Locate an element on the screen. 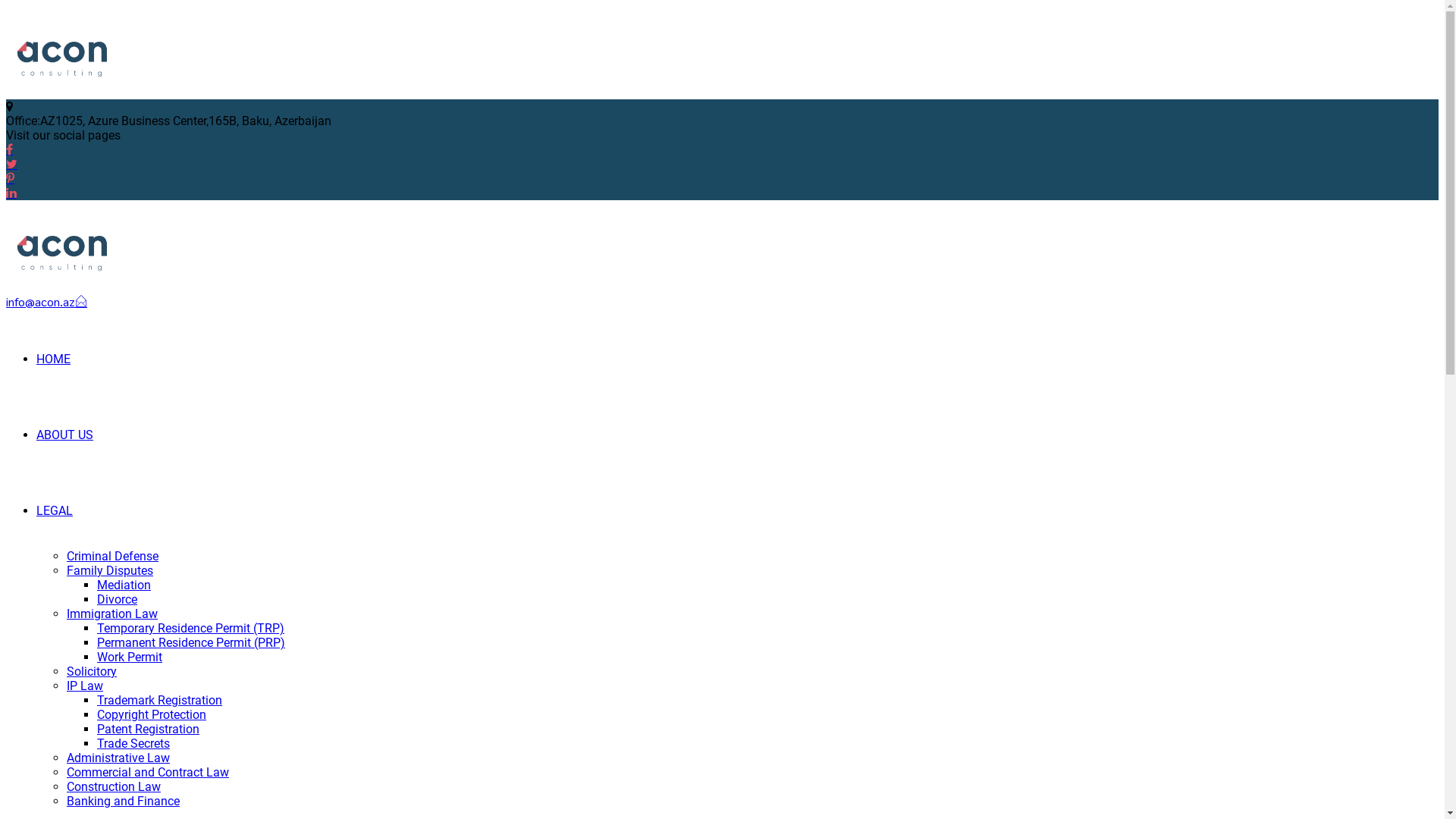  'Banking and Finance' is located at coordinates (65, 800).